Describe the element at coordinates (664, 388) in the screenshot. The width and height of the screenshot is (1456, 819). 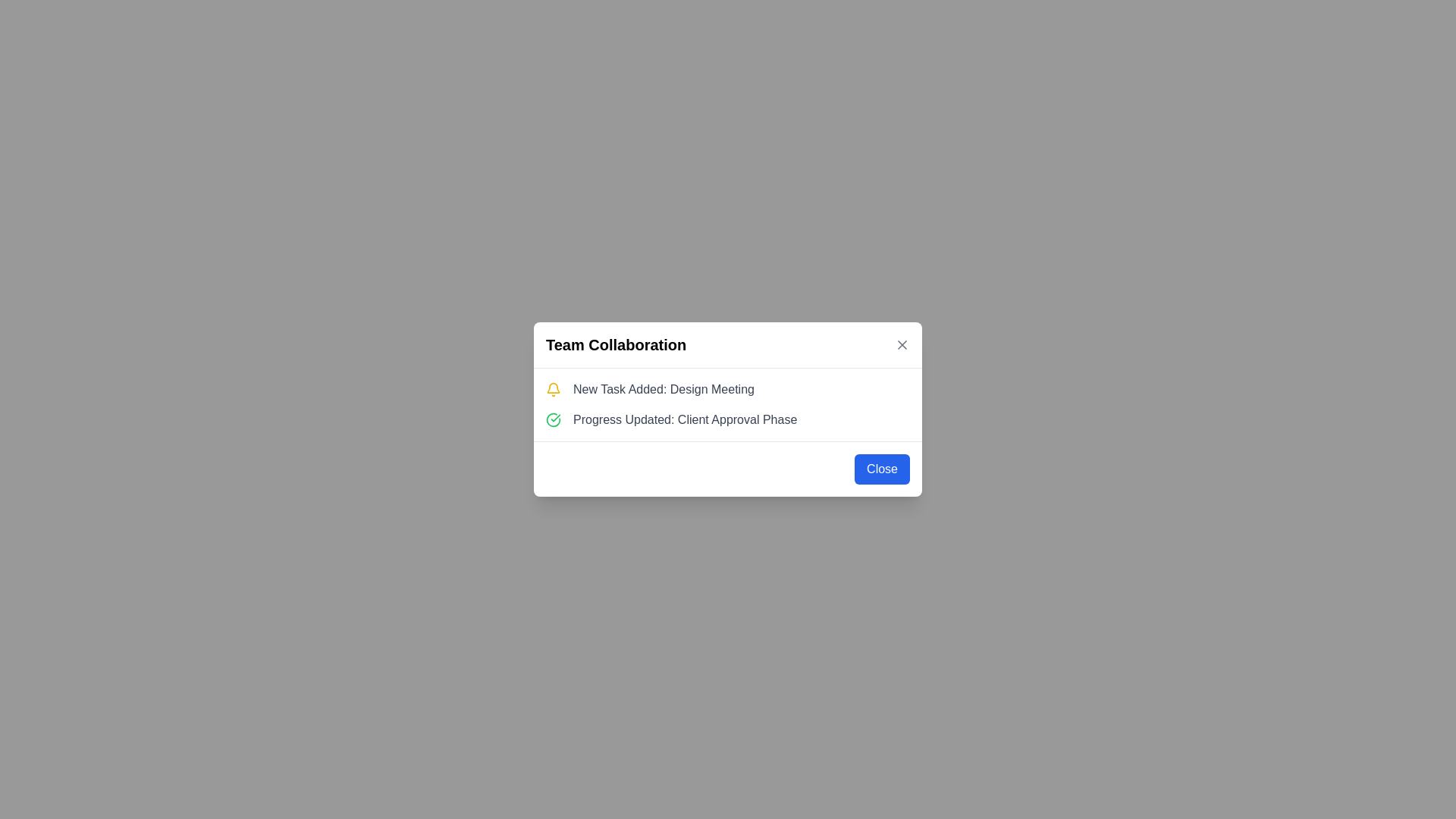
I see `the static text content displaying 'New Task Added: Design Meeting' which is styled in gray and positioned next to a yellow bell icon in the notification list` at that location.